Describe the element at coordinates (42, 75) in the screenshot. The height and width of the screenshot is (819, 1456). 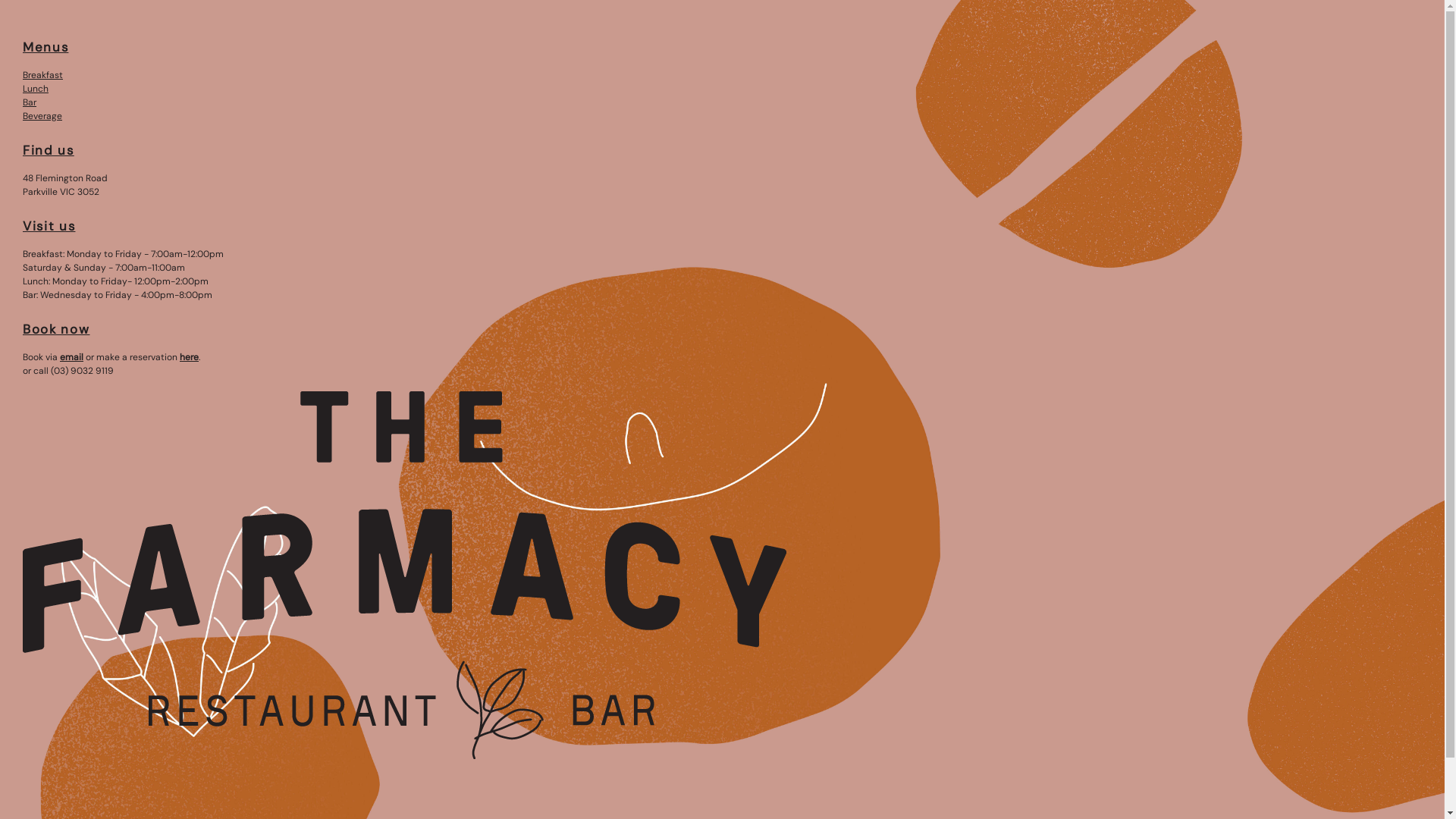
I see `'Breakfast'` at that location.